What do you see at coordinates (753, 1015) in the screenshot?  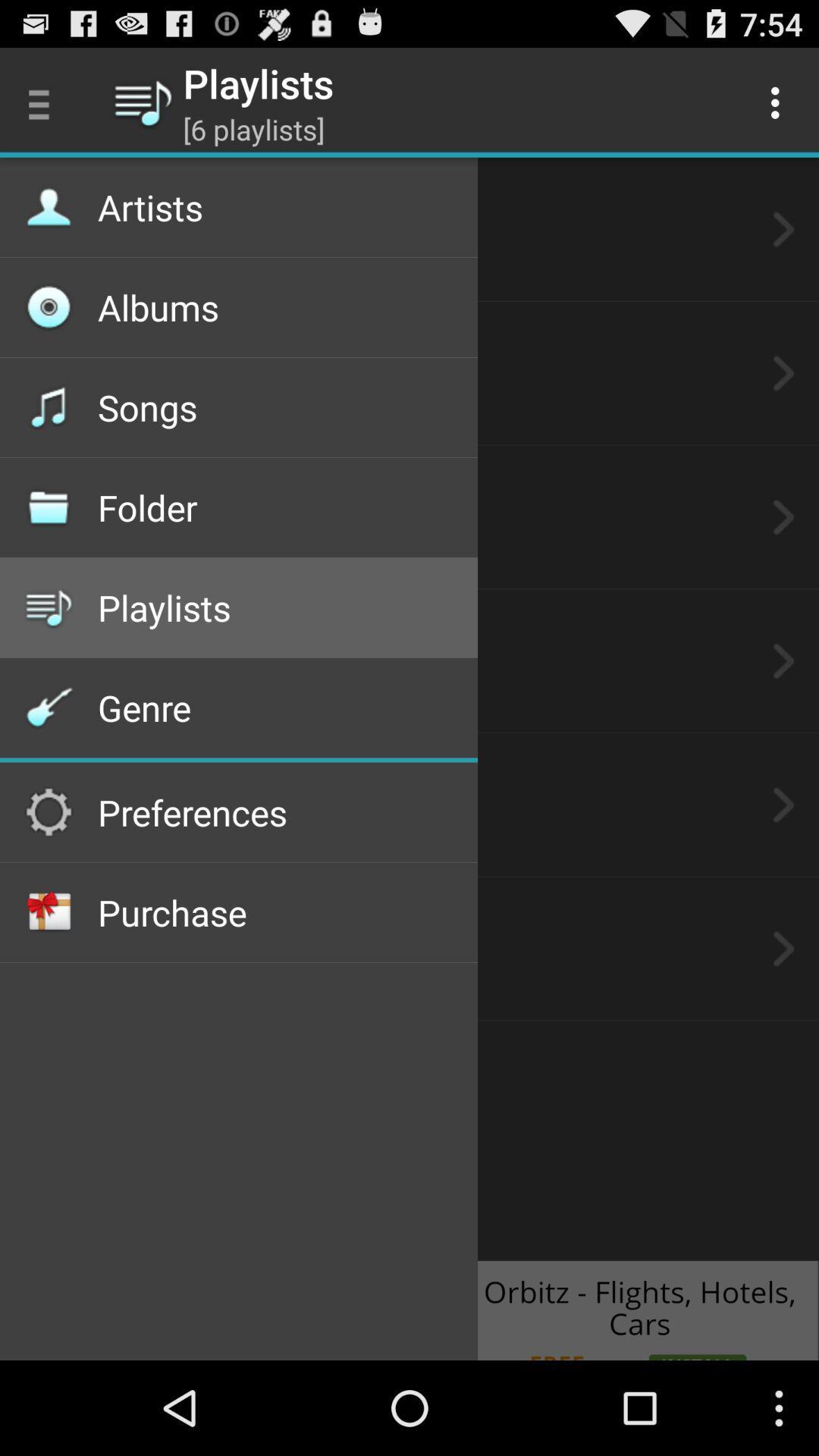 I see `the arrow_forward icon` at bounding box center [753, 1015].